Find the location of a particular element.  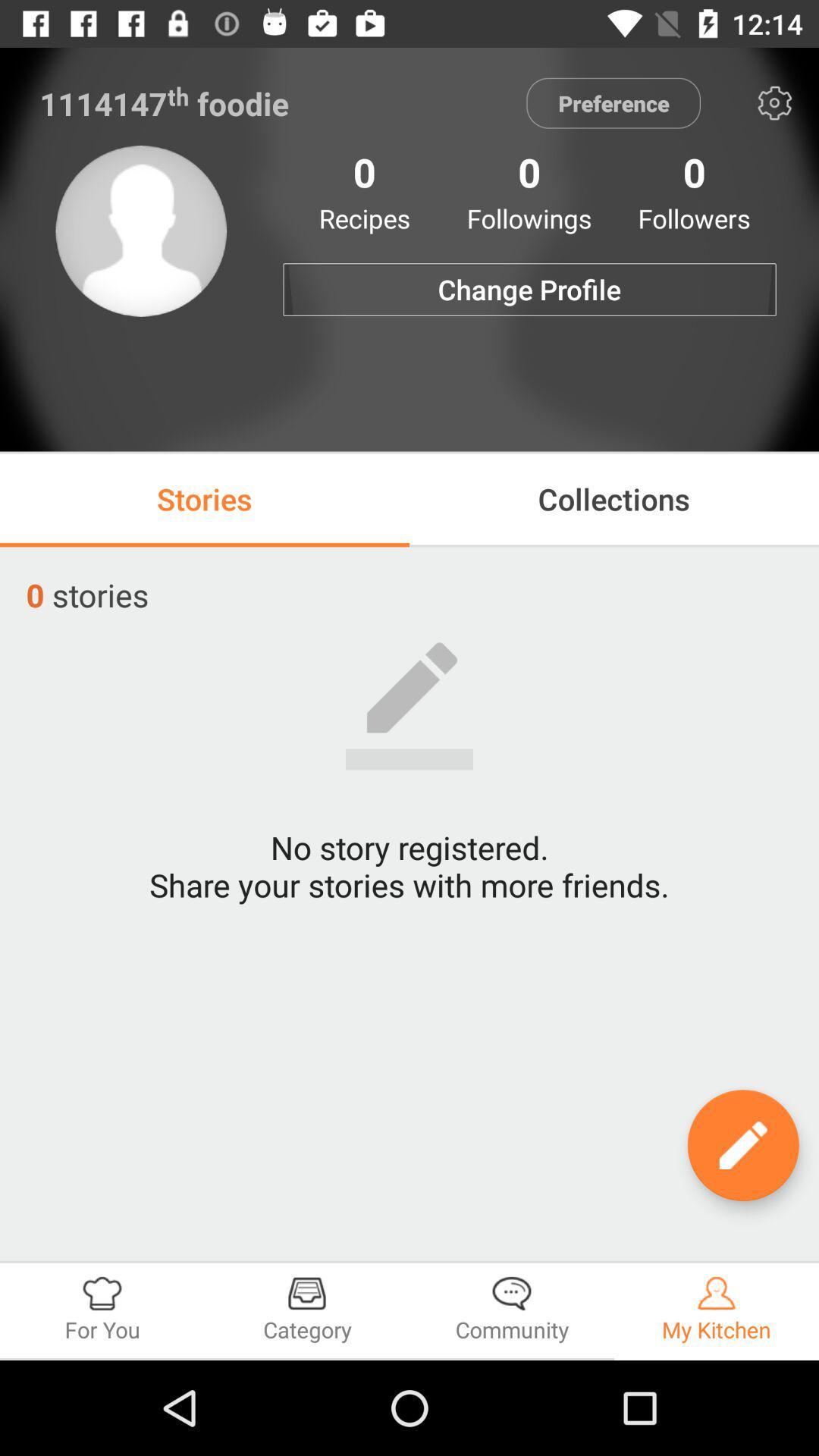

register is located at coordinates (742, 1145).